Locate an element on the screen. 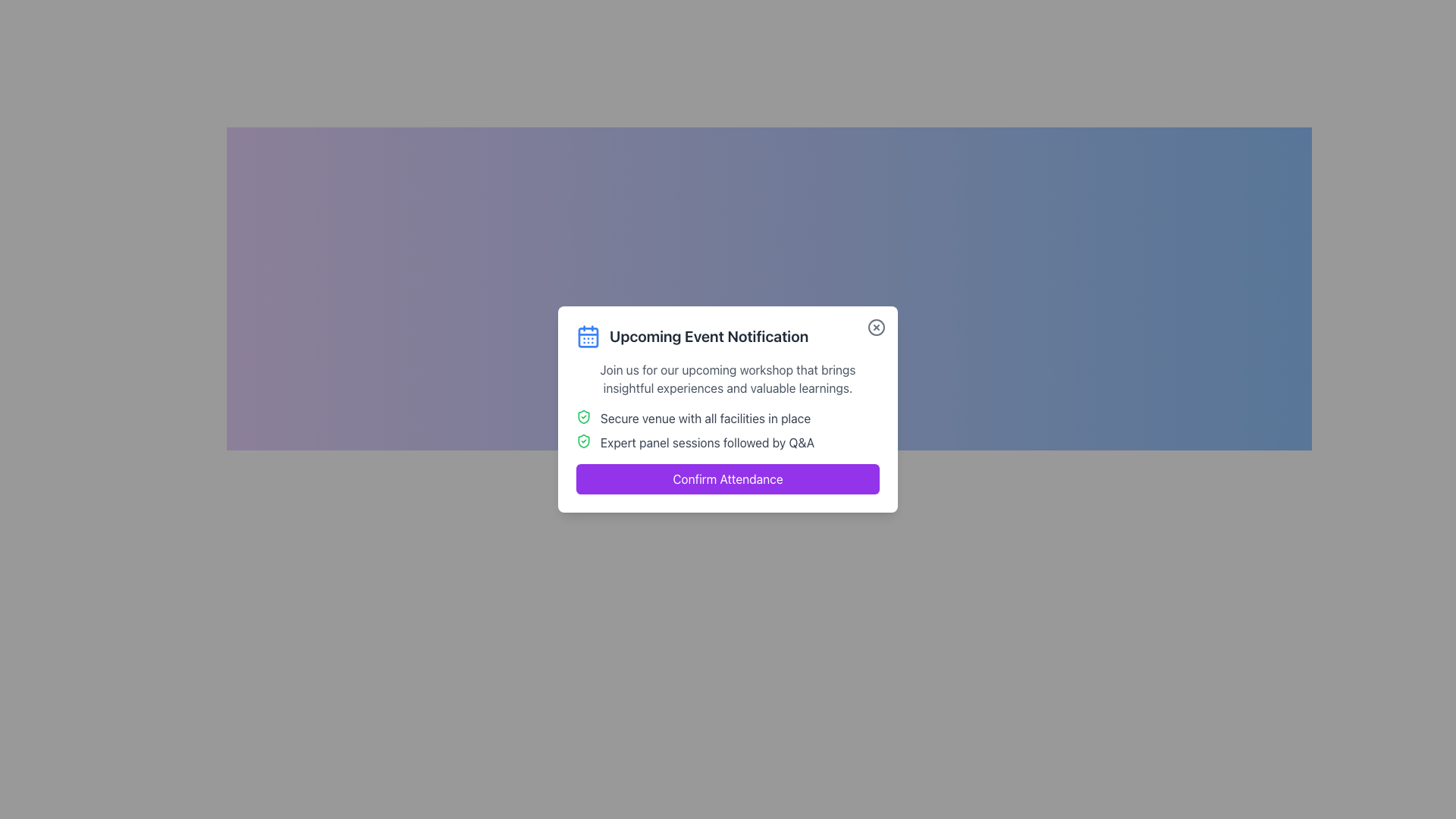 The height and width of the screenshot is (819, 1456). the security icon located to the left of the text 'Secure venue with all facilities in place' is located at coordinates (582, 417).